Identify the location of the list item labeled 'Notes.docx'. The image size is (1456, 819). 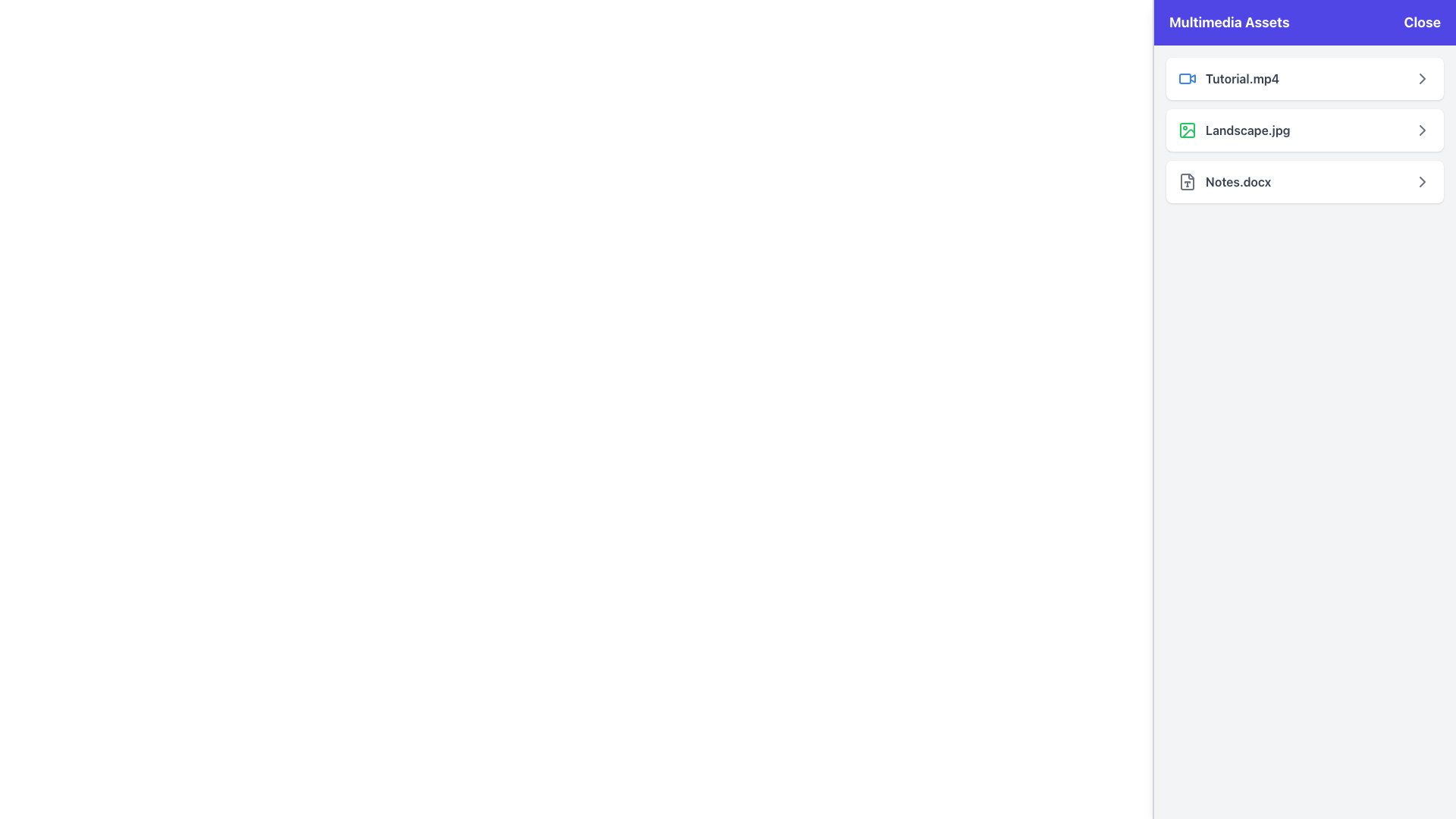
(1224, 180).